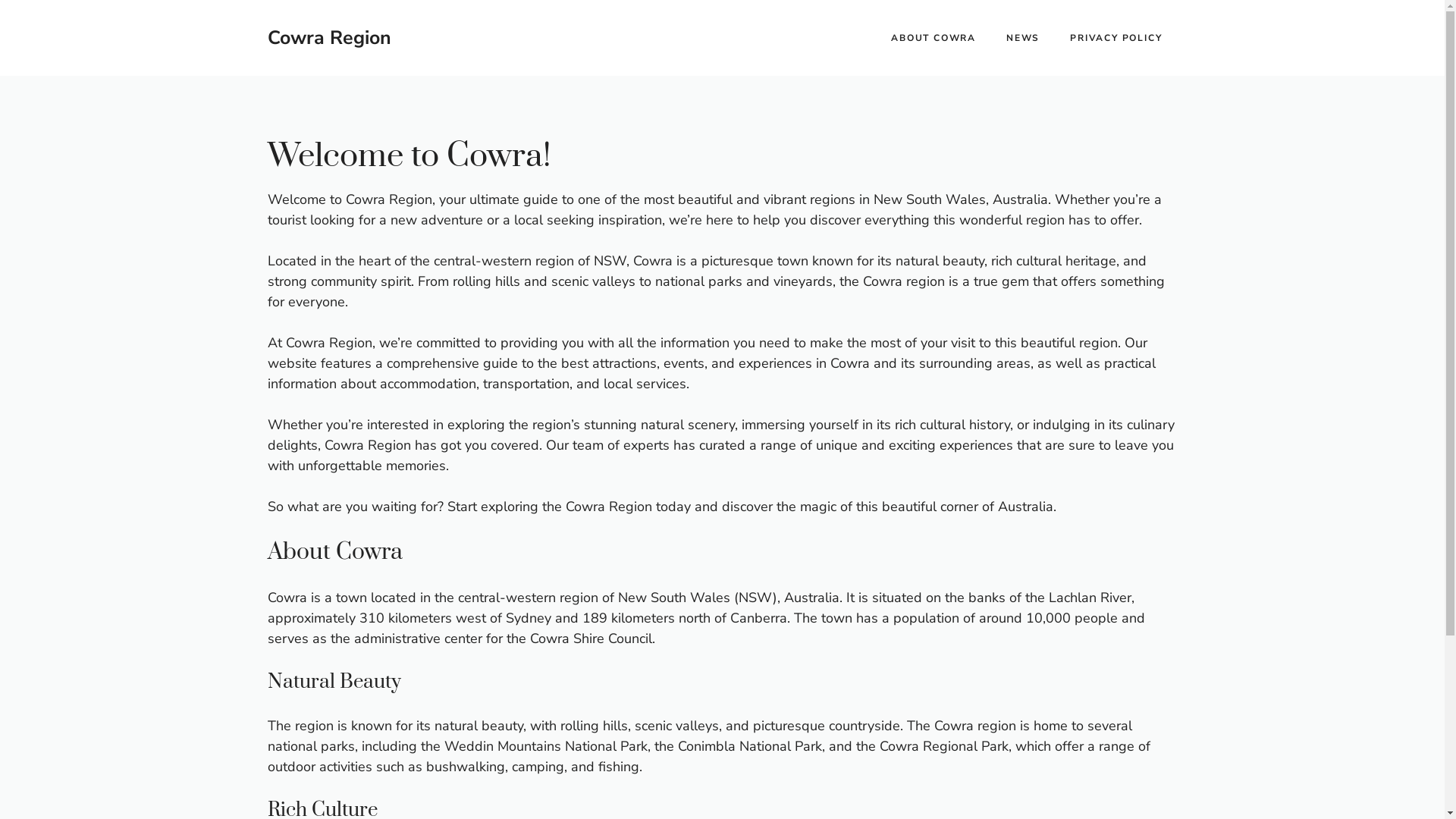 The image size is (1456, 819). I want to click on 'ABOUT COWRA', so click(932, 37).